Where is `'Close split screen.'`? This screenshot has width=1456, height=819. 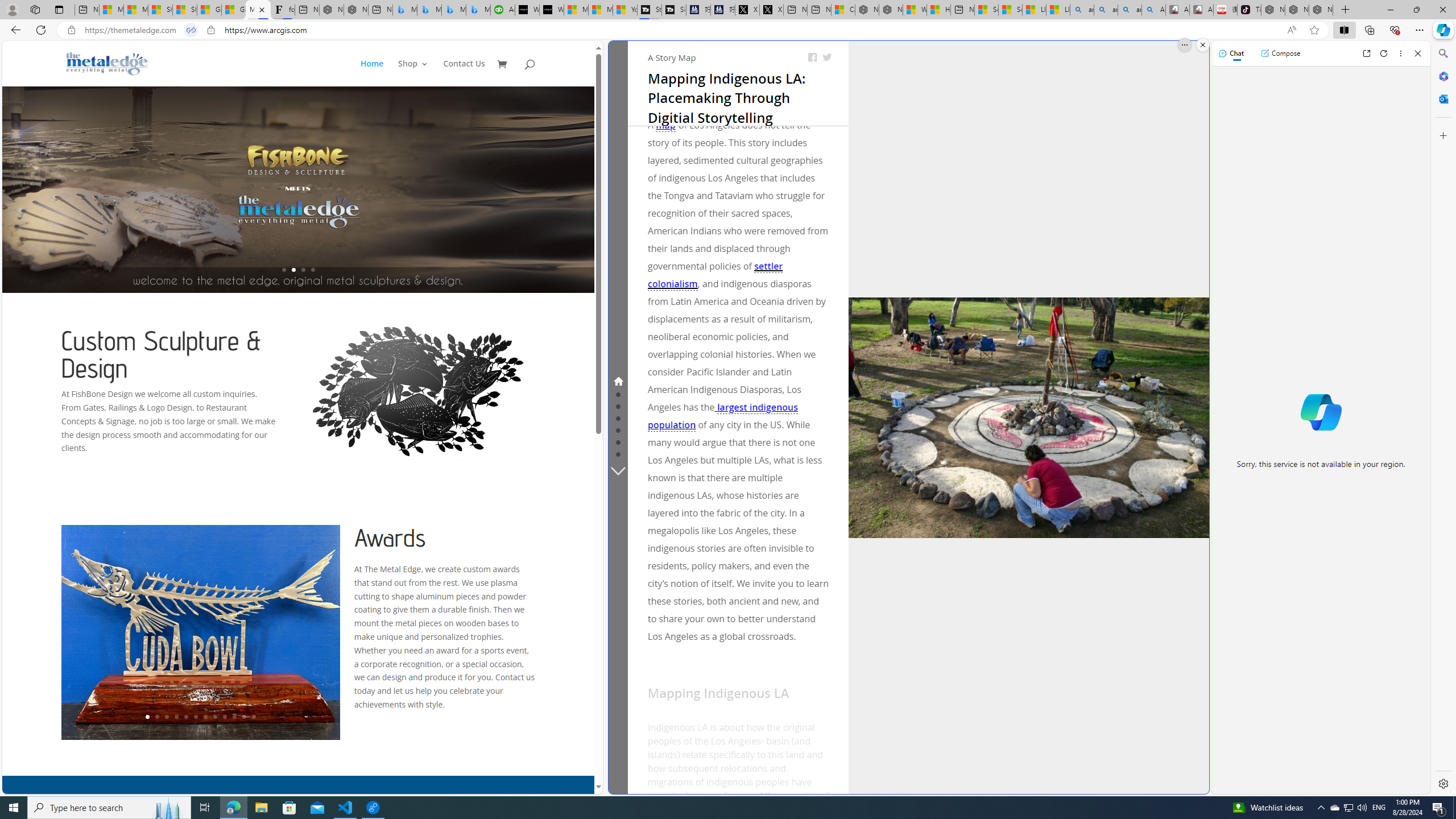 'Close split screen.' is located at coordinates (1202, 44).